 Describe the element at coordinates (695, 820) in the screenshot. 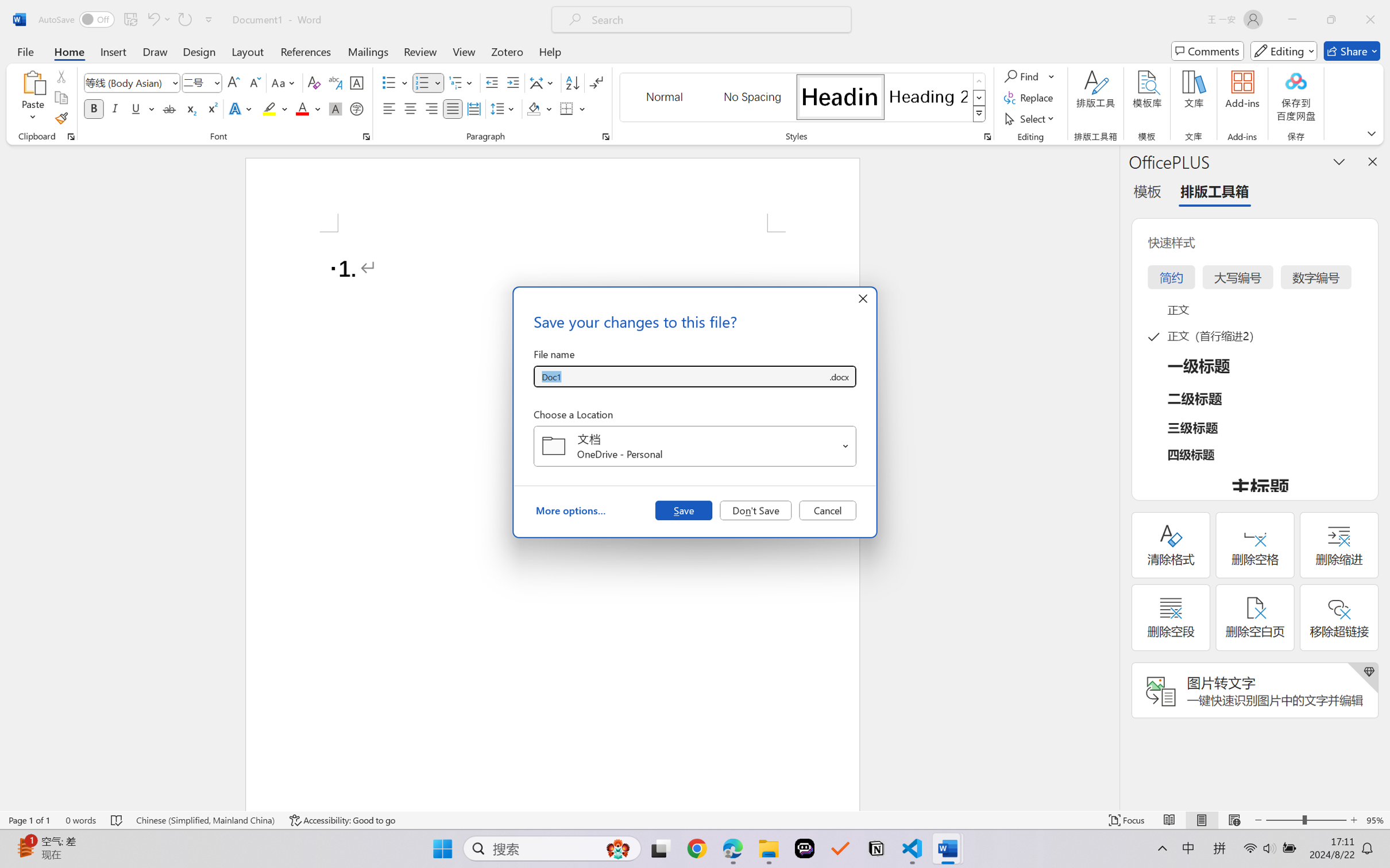

I see `'Class: MsoCommandBar'` at that location.